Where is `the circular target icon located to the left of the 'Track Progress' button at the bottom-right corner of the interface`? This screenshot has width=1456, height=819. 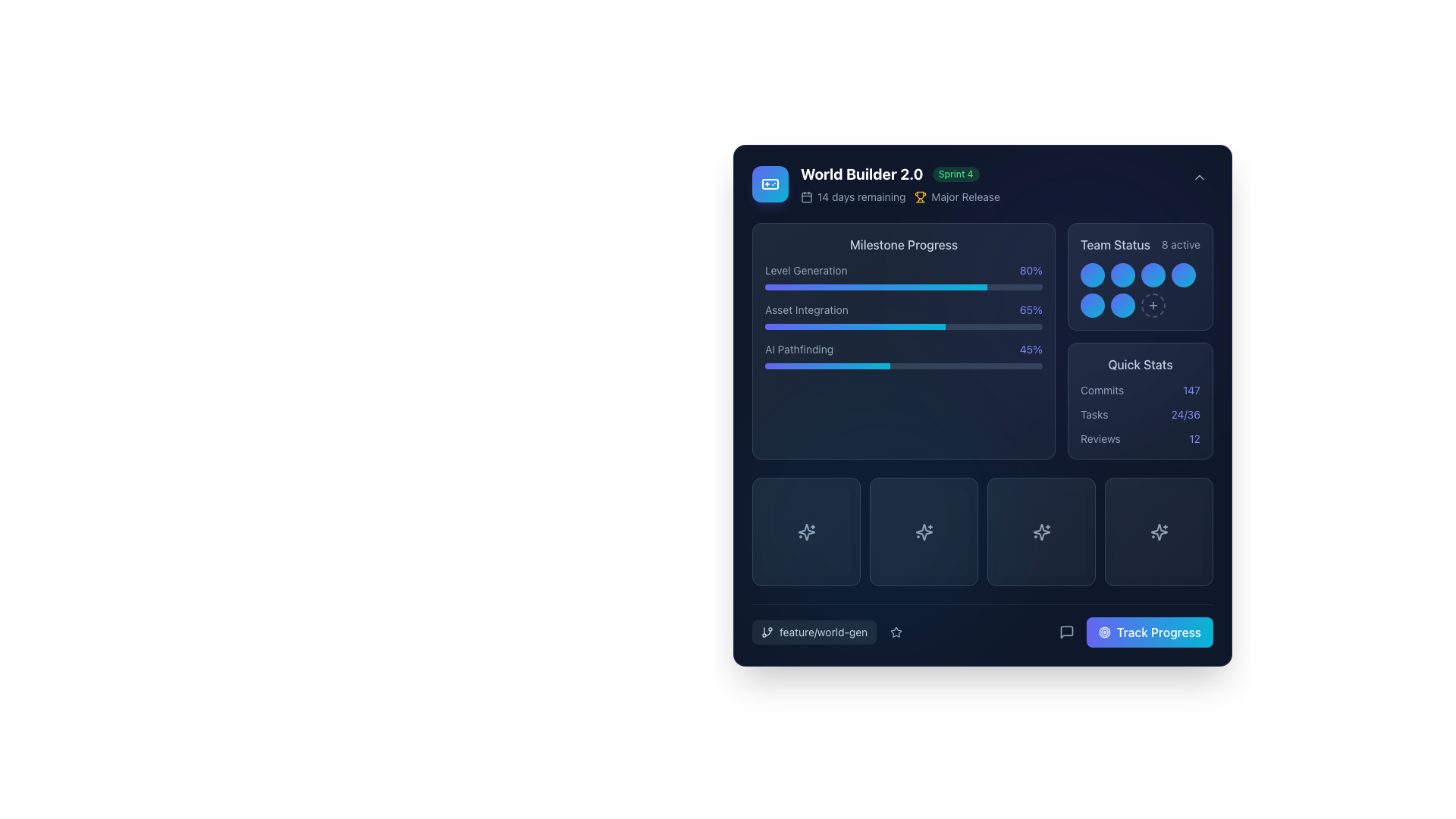 the circular target icon located to the left of the 'Track Progress' button at the bottom-right corner of the interface is located at coordinates (1104, 632).